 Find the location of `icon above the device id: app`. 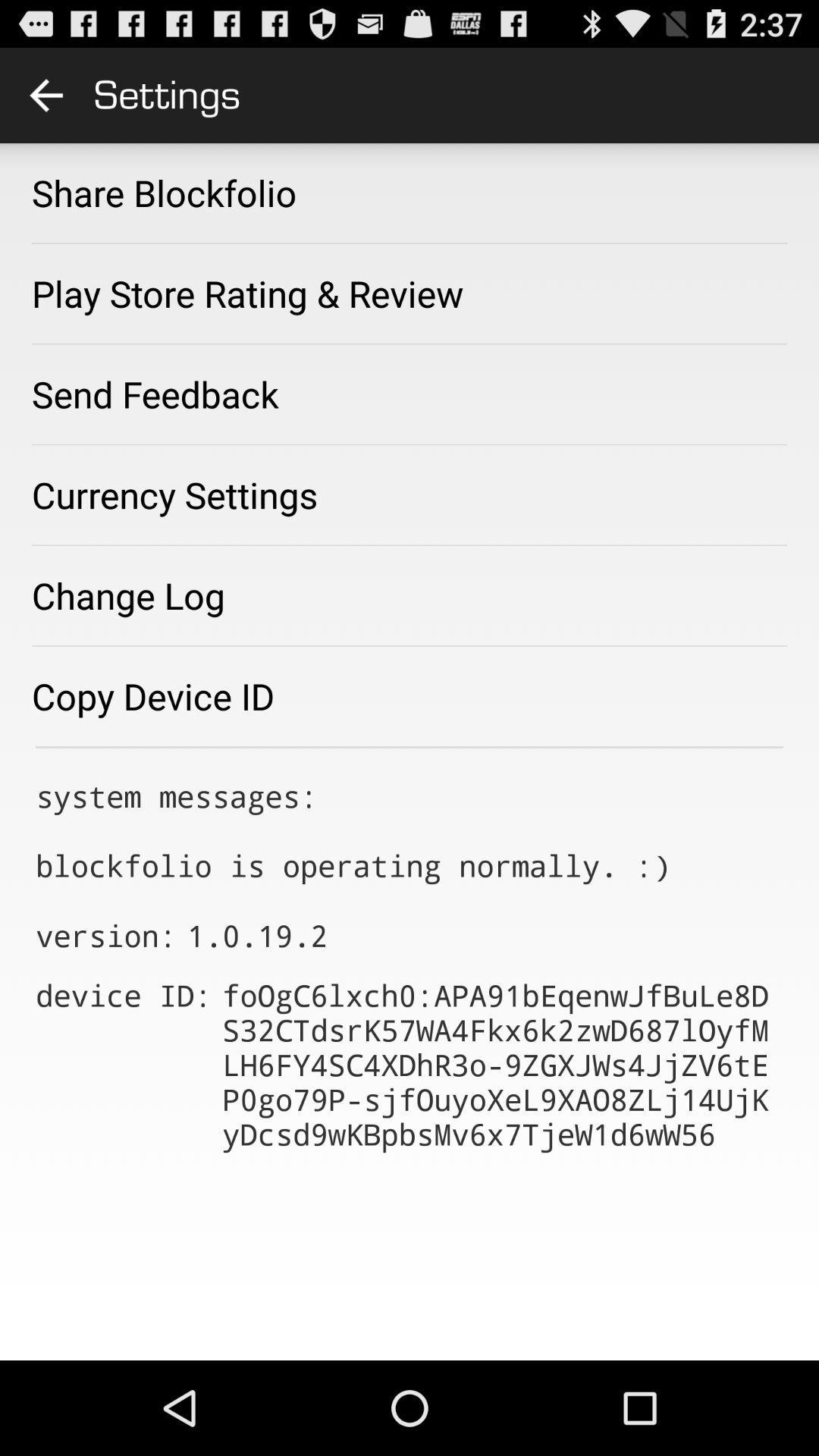

icon above the device id: app is located at coordinates (256, 934).